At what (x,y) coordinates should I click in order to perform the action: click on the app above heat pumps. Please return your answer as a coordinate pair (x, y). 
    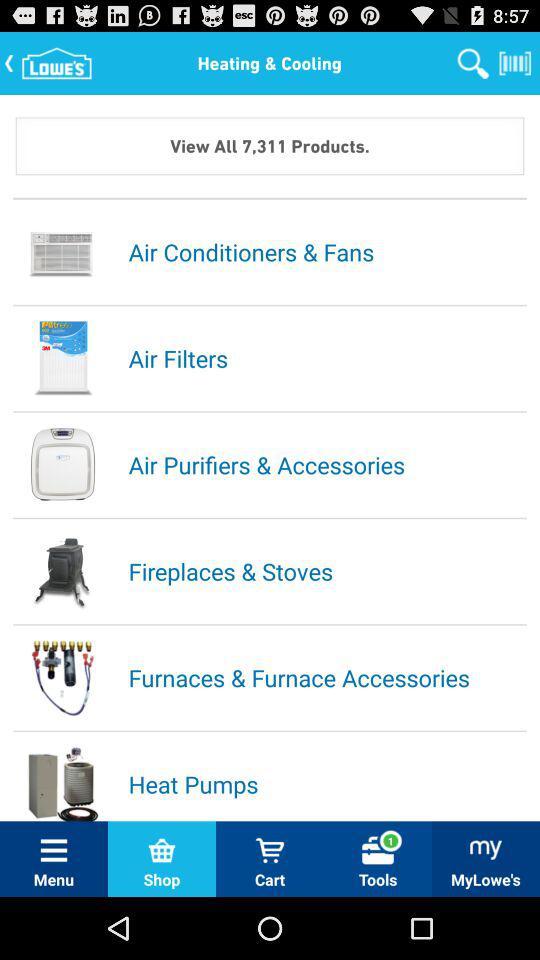
    Looking at the image, I should click on (326, 677).